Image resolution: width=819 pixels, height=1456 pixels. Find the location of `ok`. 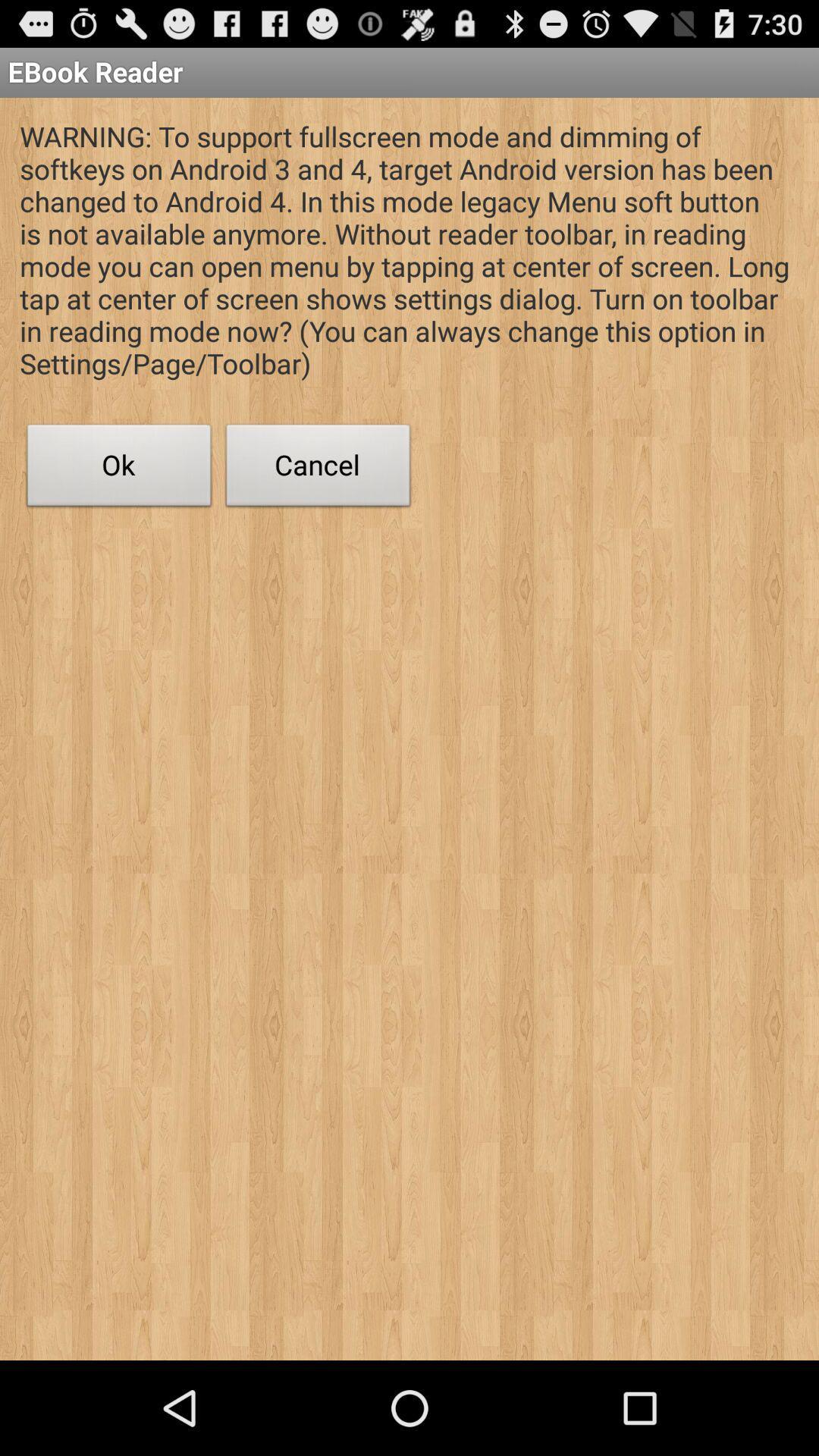

ok is located at coordinates (118, 469).